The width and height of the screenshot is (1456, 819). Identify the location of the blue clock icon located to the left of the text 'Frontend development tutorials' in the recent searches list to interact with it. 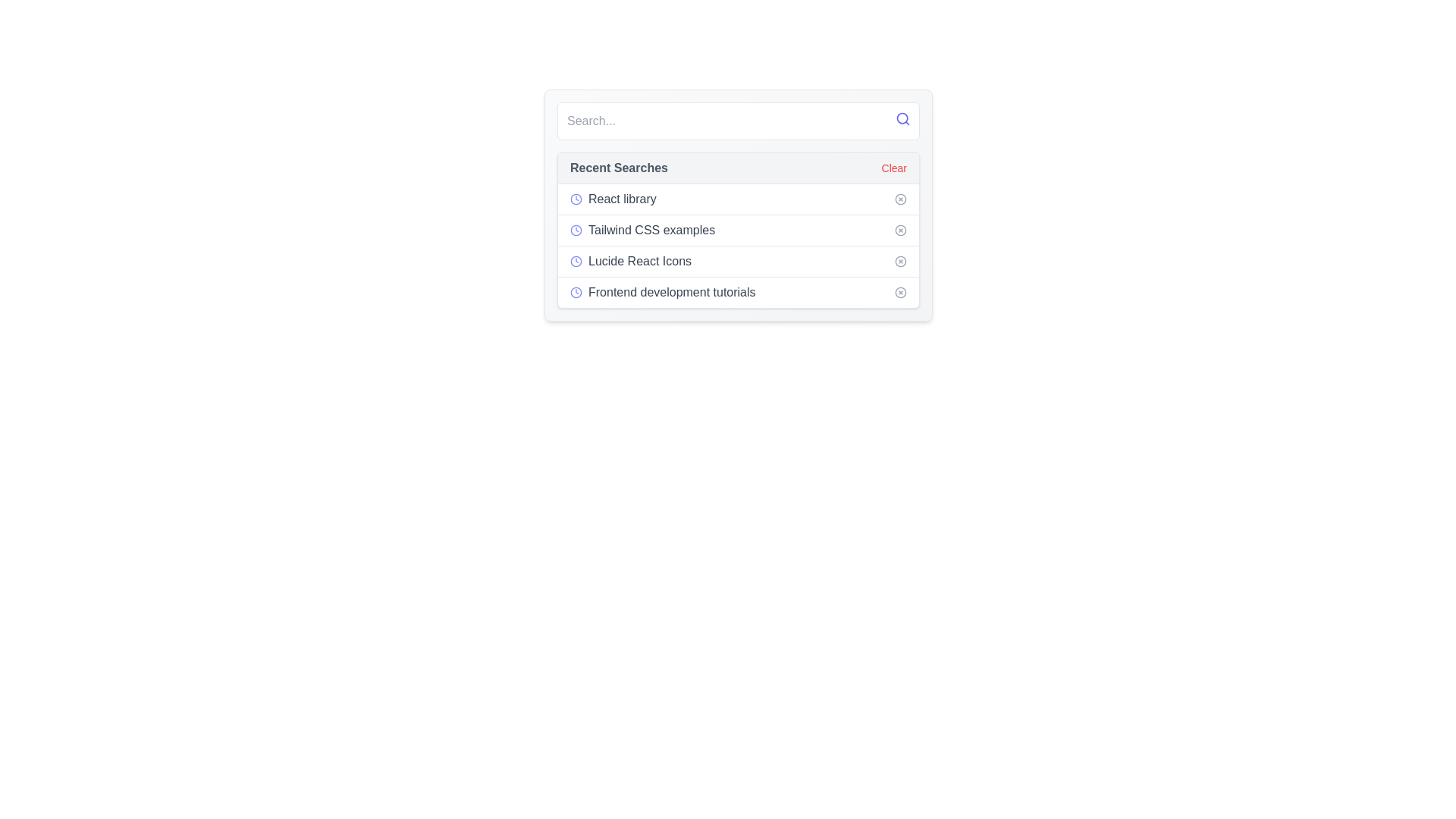
(575, 292).